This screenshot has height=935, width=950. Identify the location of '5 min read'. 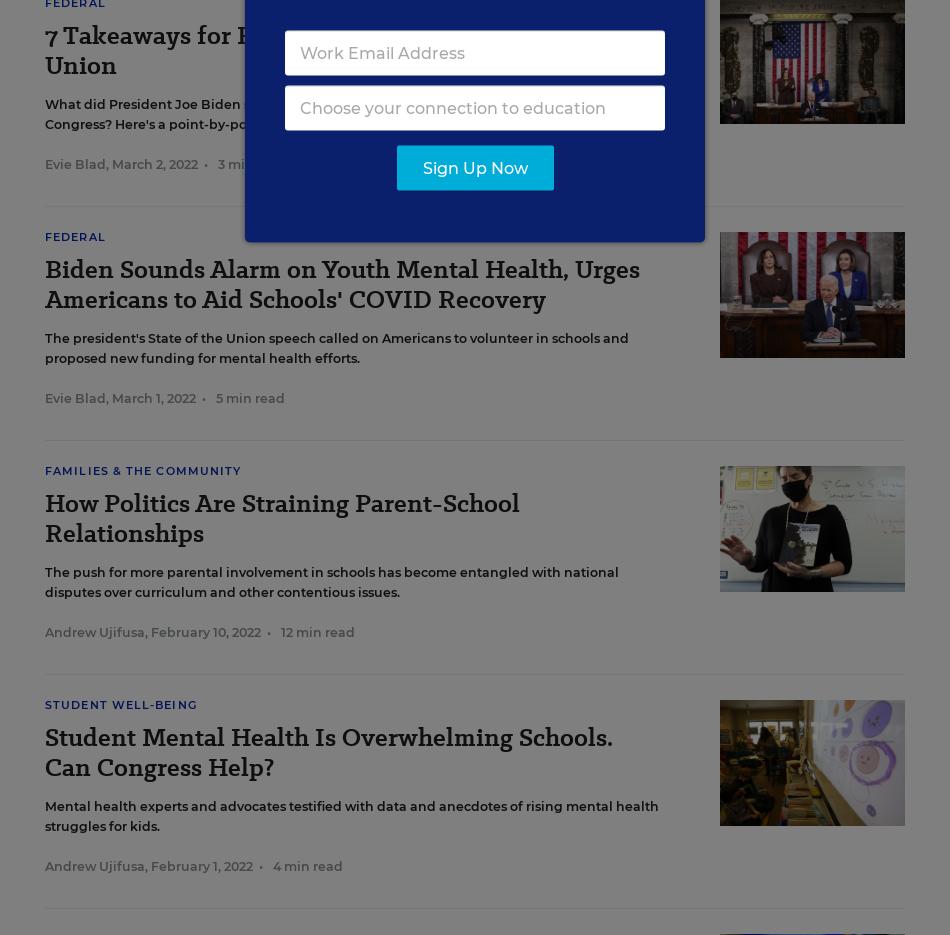
(249, 398).